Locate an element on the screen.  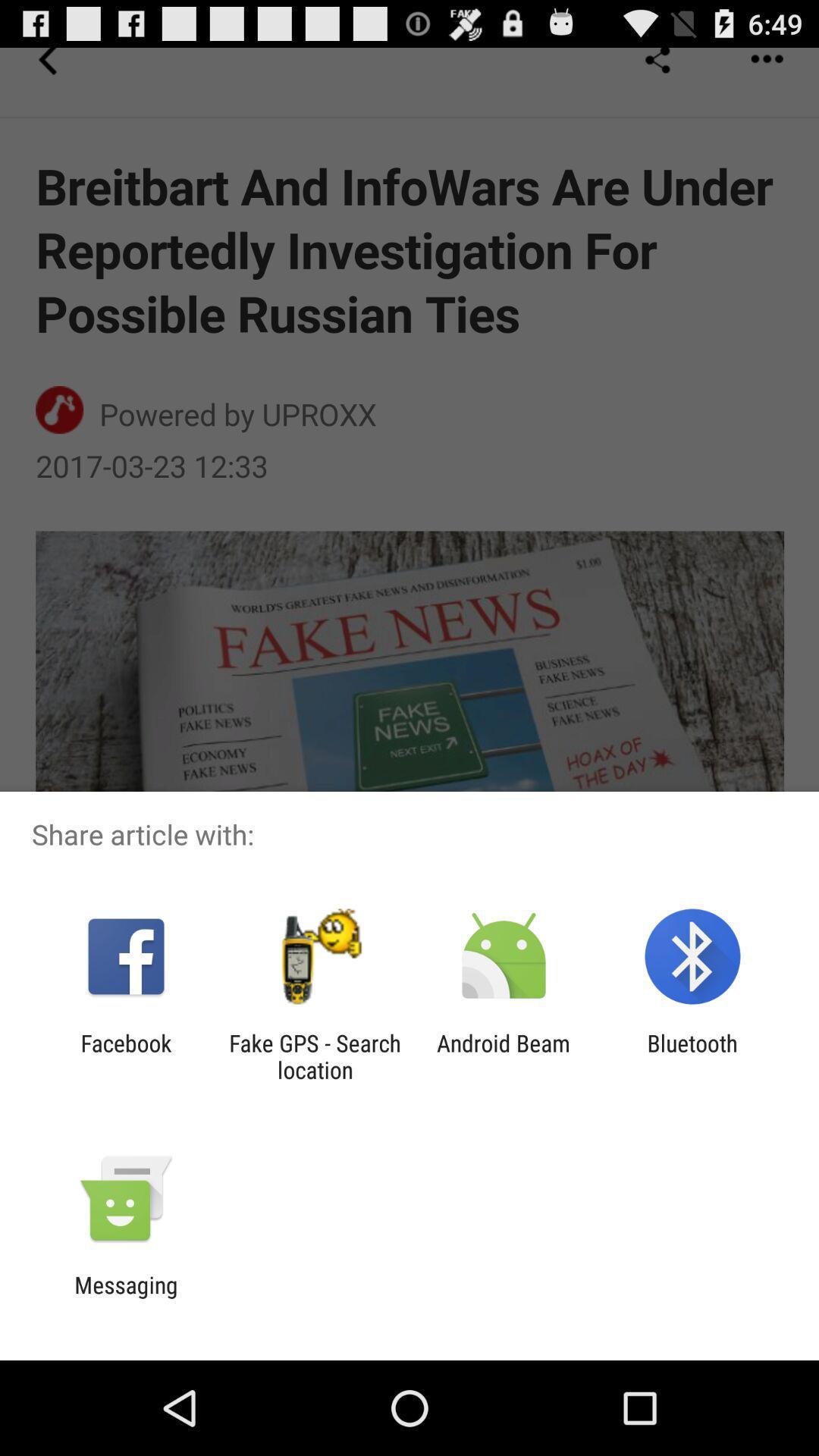
the bluetooth item is located at coordinates (692, 1056).